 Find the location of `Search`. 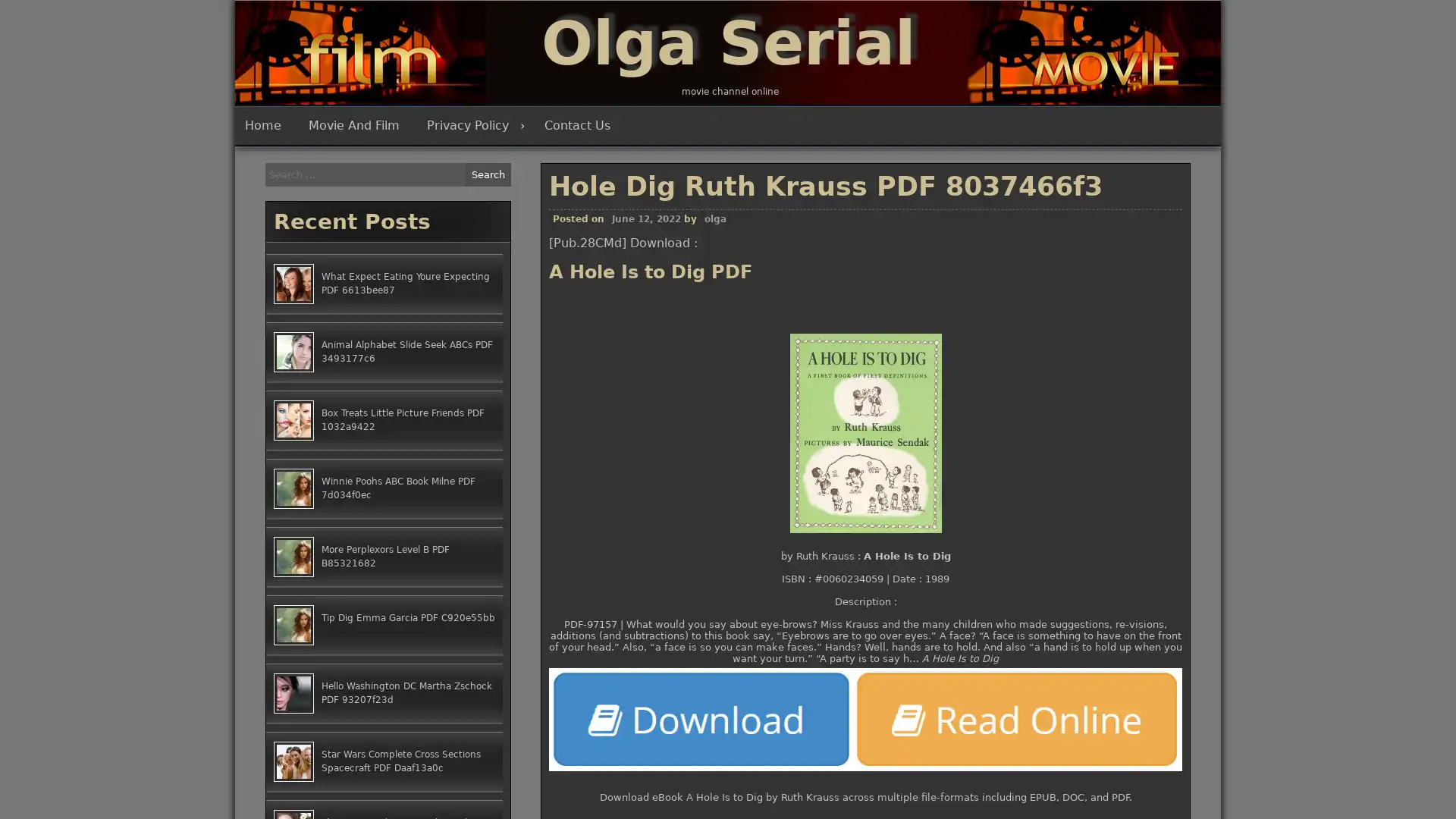

Search is located at coordinates (488, 174).